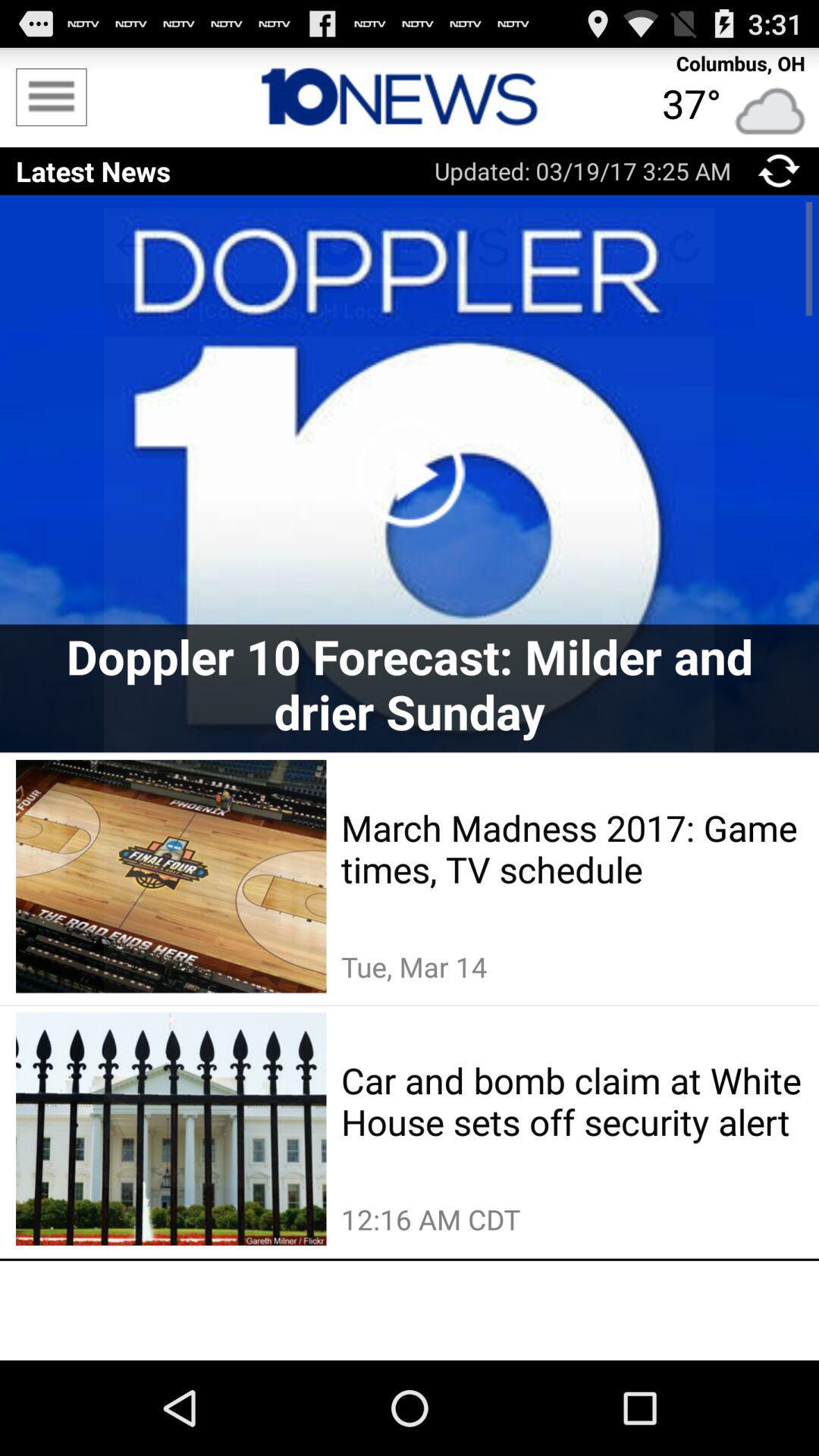 The width and height of the screenshot is (819, 1456). I want to click on setting, so click(50, 96).